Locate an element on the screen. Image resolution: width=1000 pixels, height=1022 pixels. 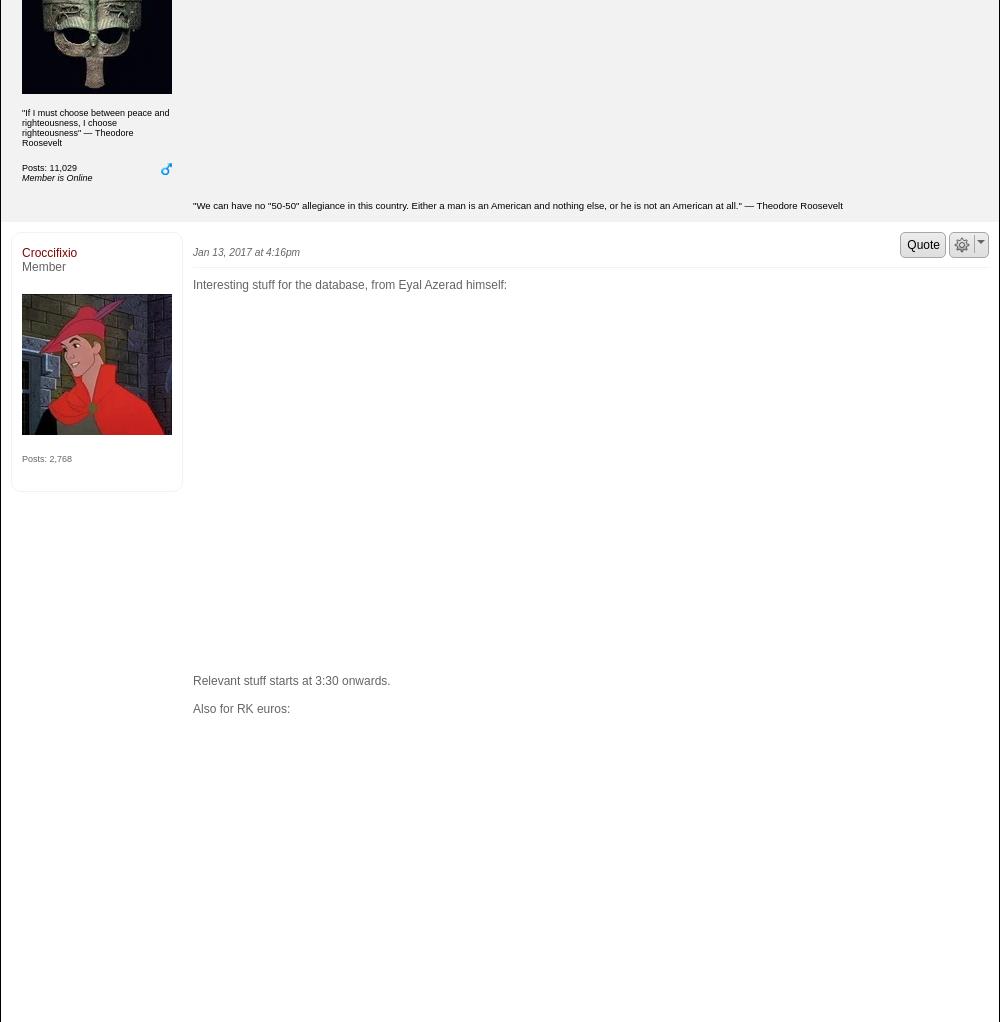
'Posts: 11,029' is located at coordinates (49, 165).